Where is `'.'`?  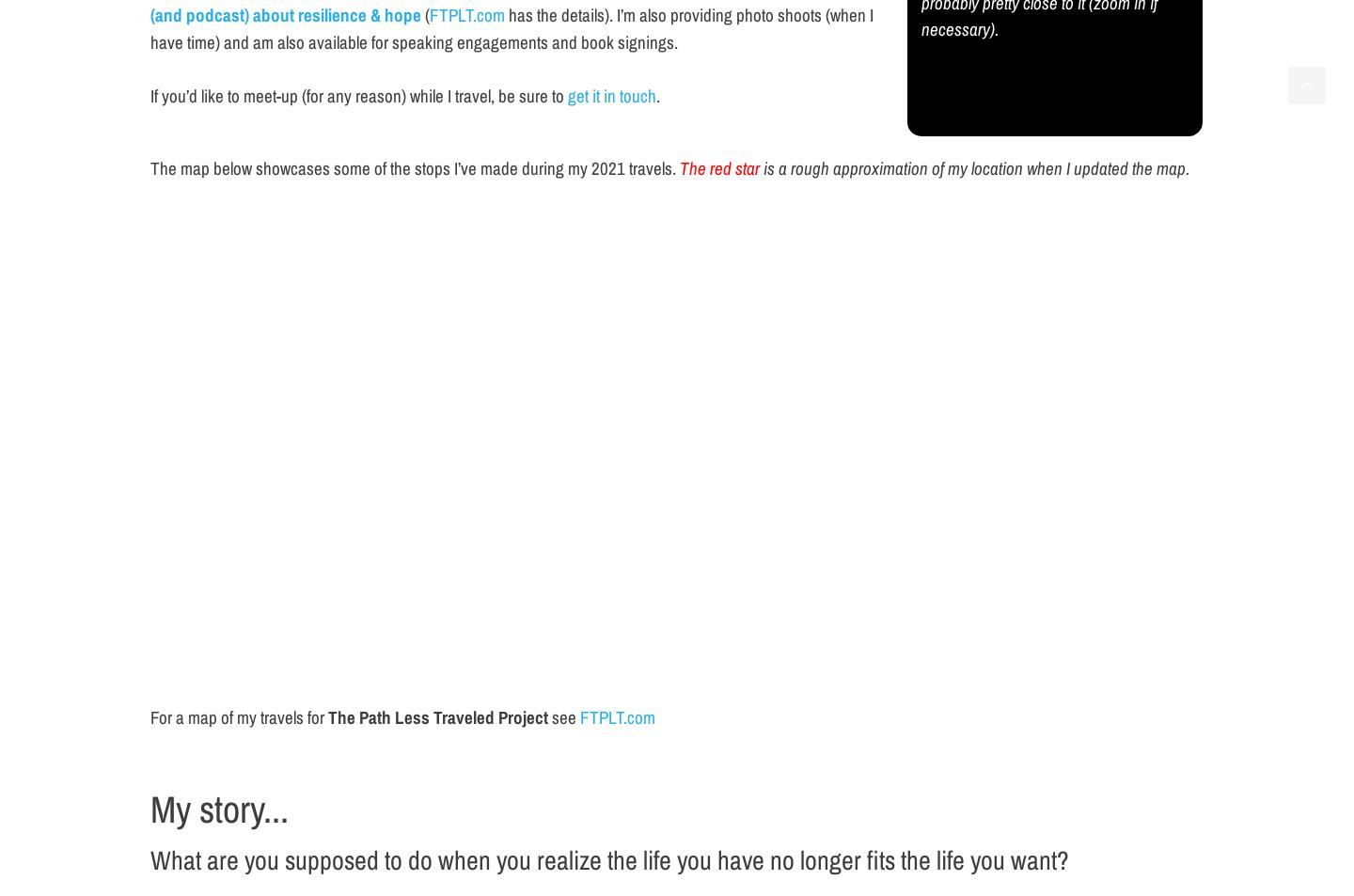 '.' is located at coordinates (657, 94).